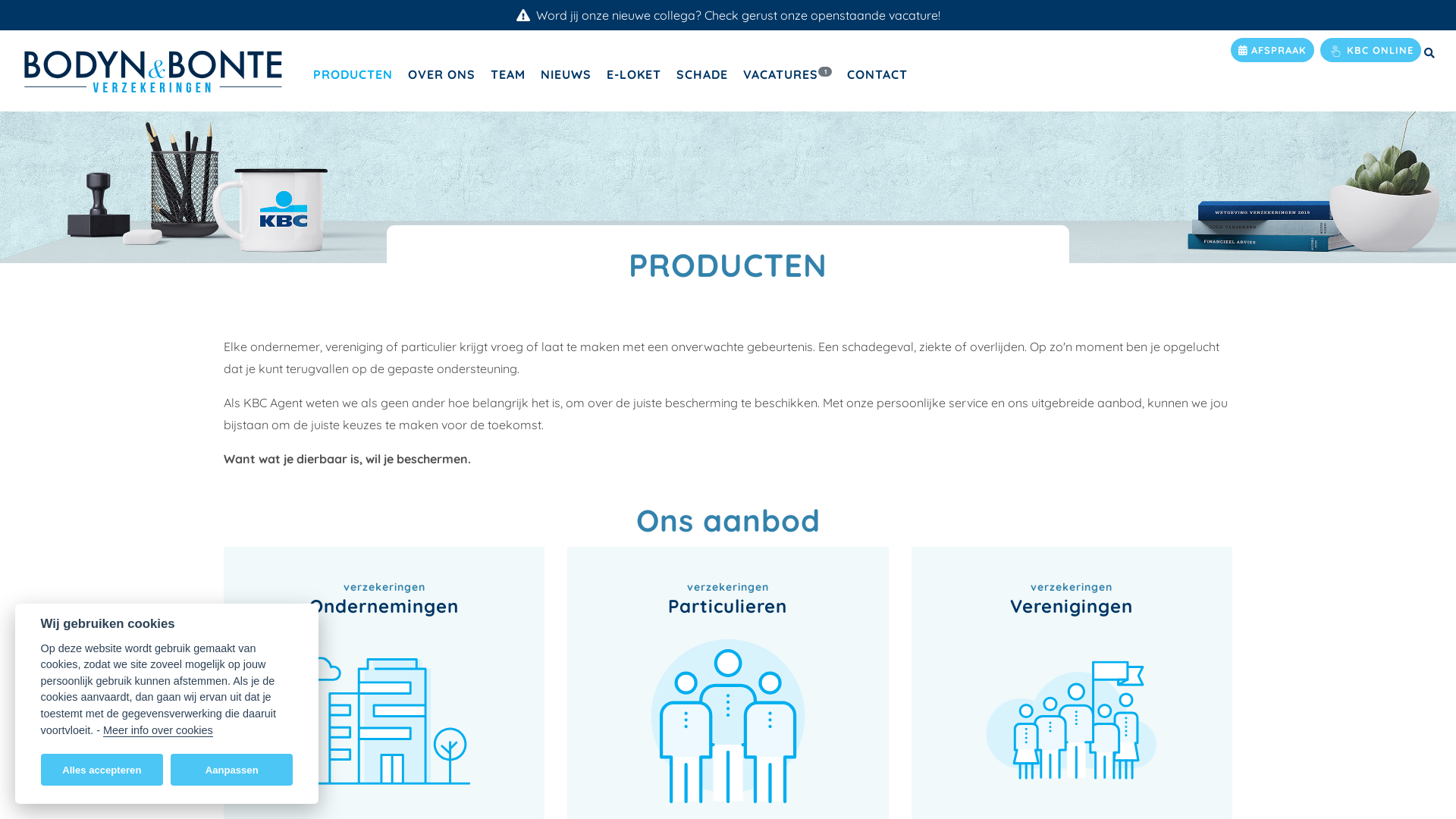 The height and width of the screenshot is (819, 1456). What do you see at coordinates (633, 74) in the screenshot?
I see `'E-LOKET'` at bounding box center [633, 74].